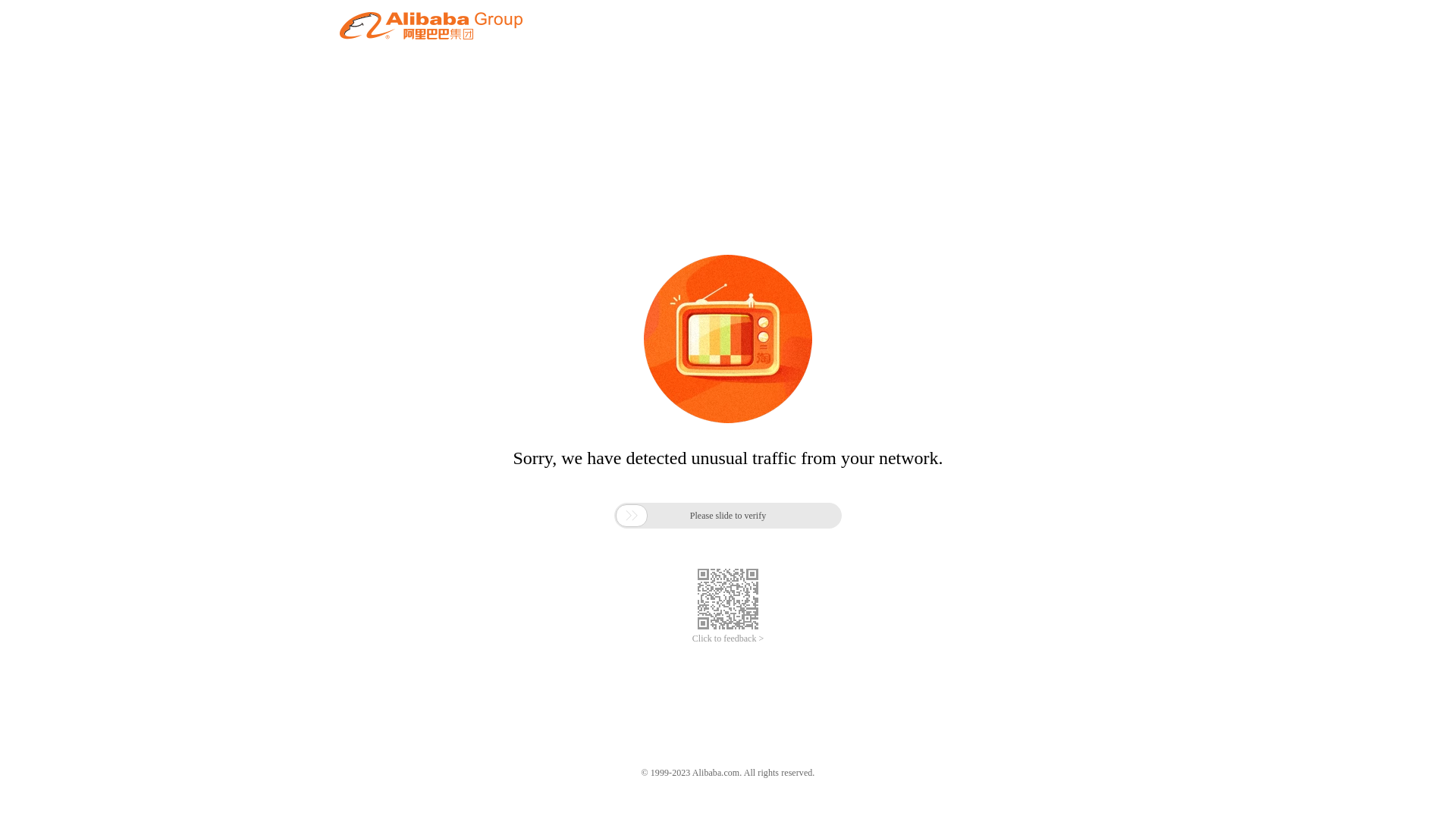 The image size is (1456, 819). What do you see at coordinates (728, 639) in the screenshot?
I see `'Click to feedback >'` at bounding box center [728, 639].